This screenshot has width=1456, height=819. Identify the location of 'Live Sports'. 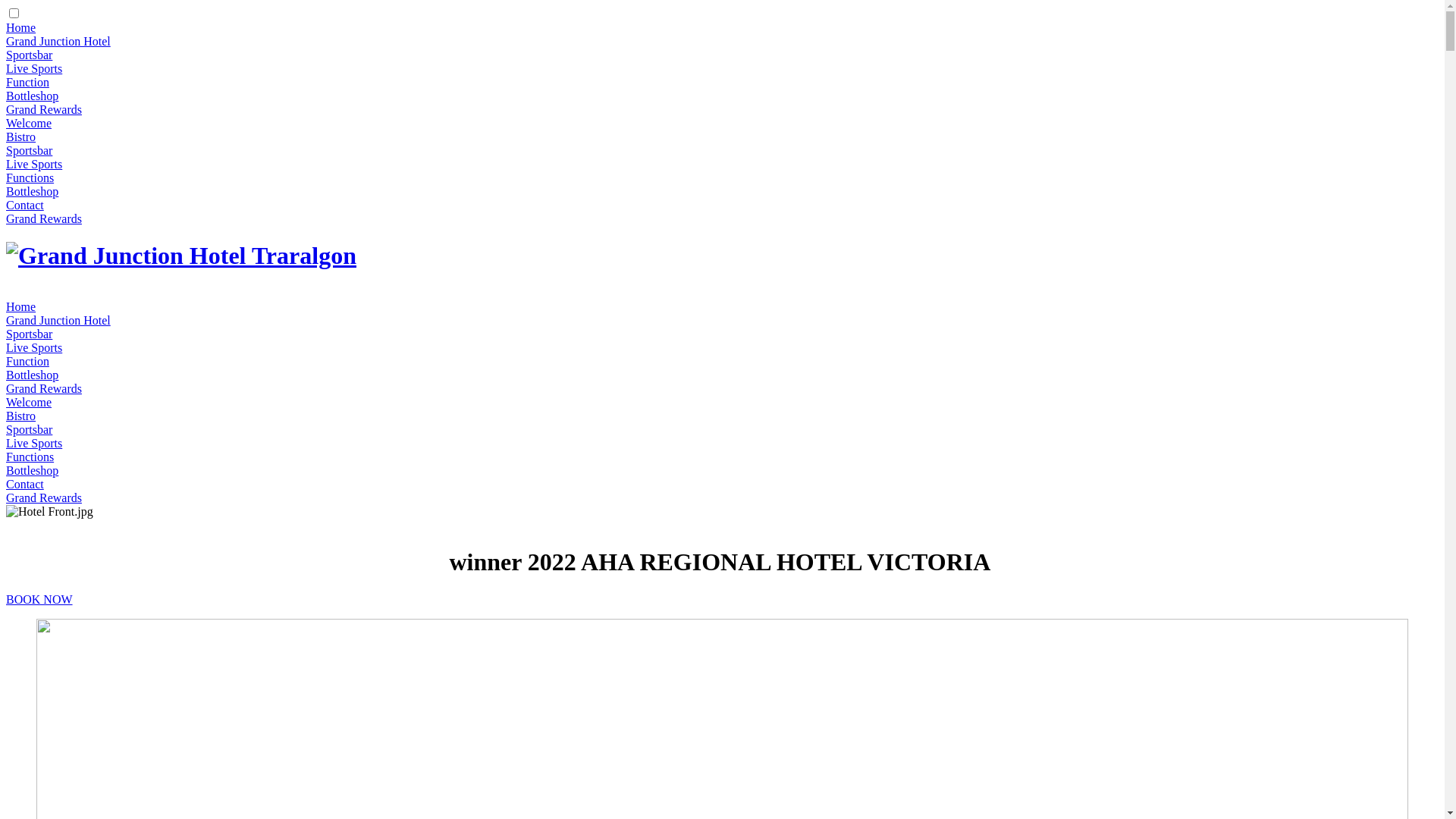
(33, 347).